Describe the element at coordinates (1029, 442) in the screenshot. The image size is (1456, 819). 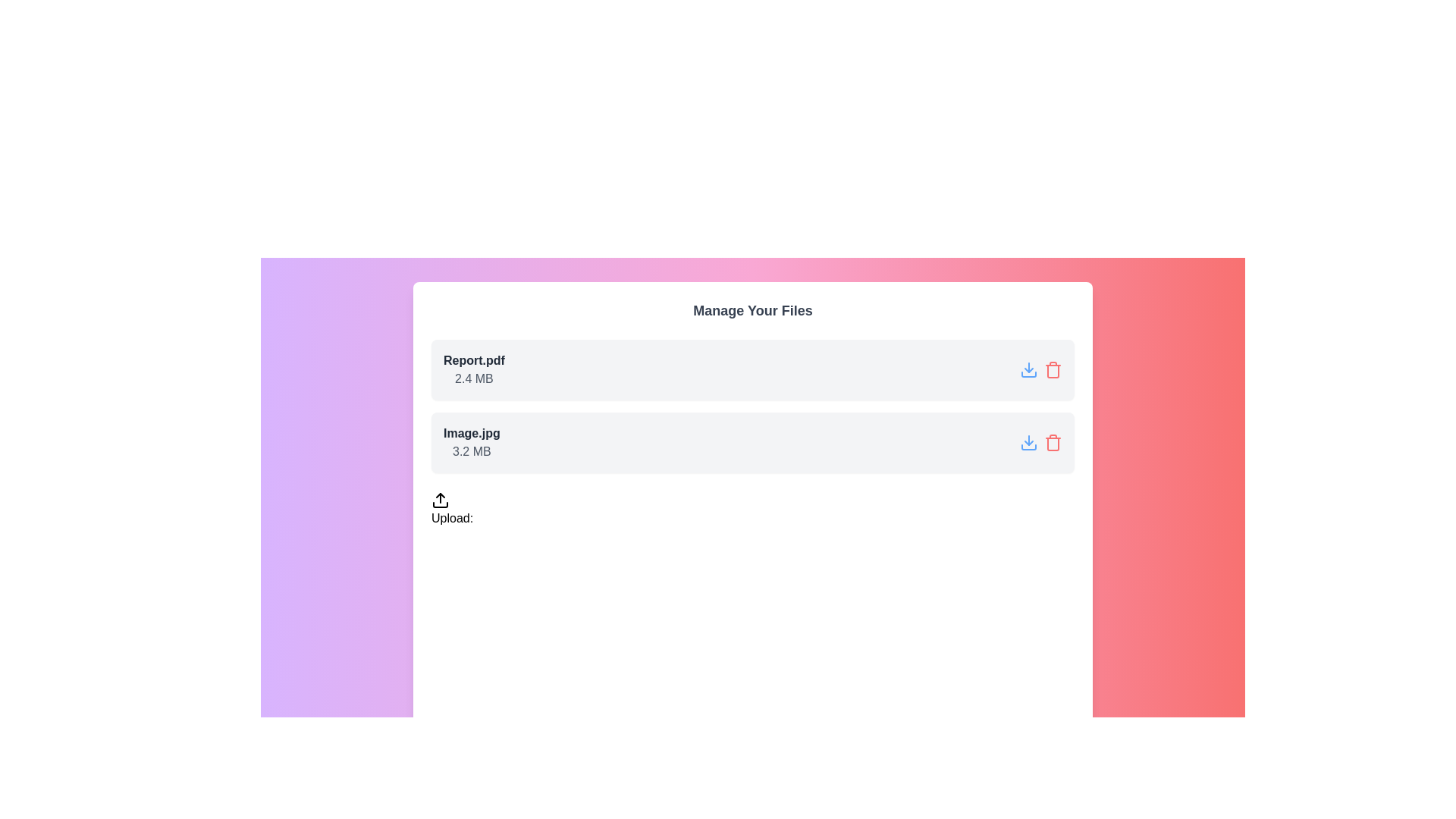
I see `the download button, which is a blue download icon with a downward-facing arrow, located to the right of the 'Image.jpg 3.2 MB' label` at that location.